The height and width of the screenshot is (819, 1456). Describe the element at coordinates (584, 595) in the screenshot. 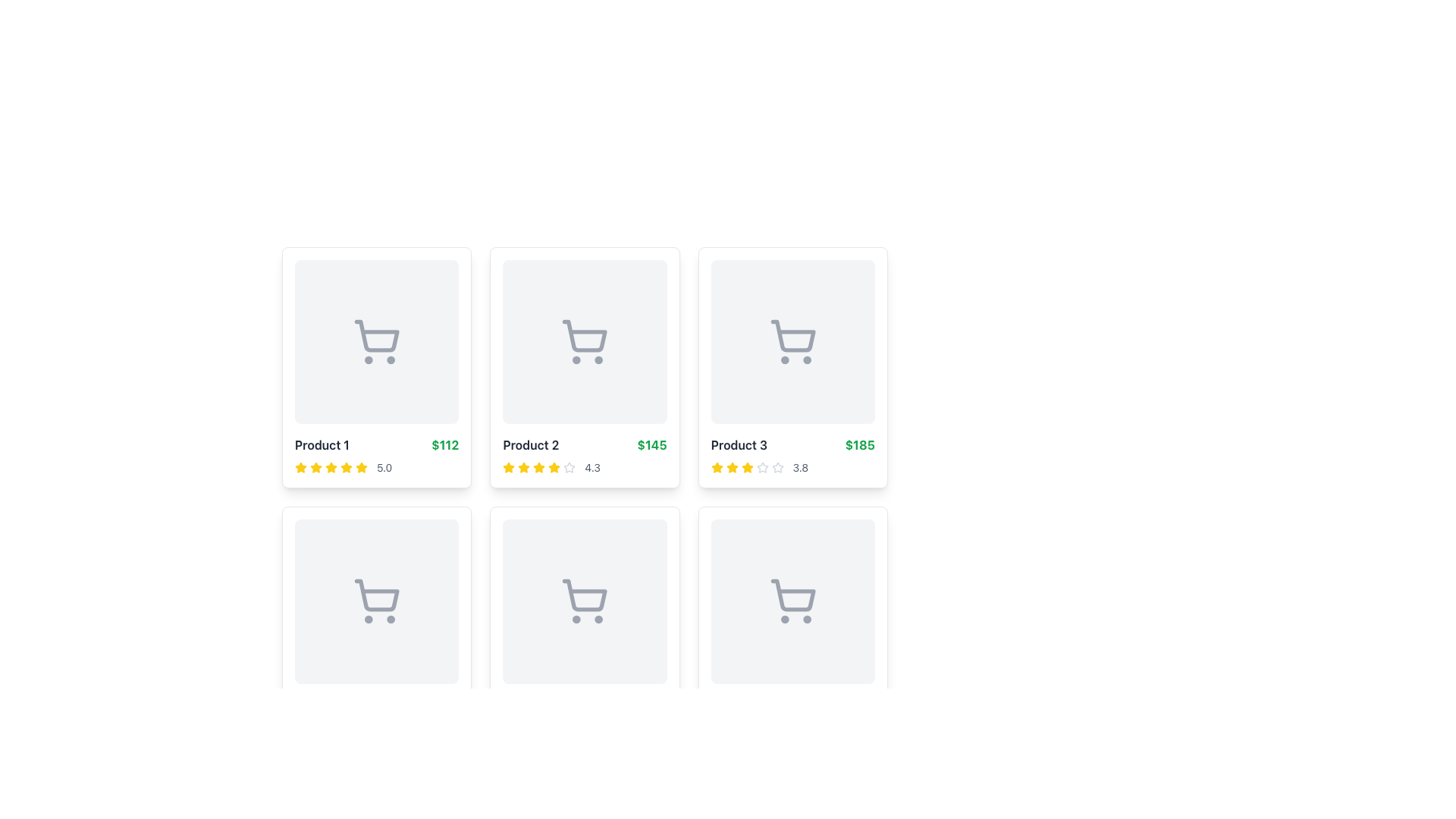

I see `the shopping cart icon, which is a vector graphic with a wireframe design located in the second row and second column of the product card grid` at that location.